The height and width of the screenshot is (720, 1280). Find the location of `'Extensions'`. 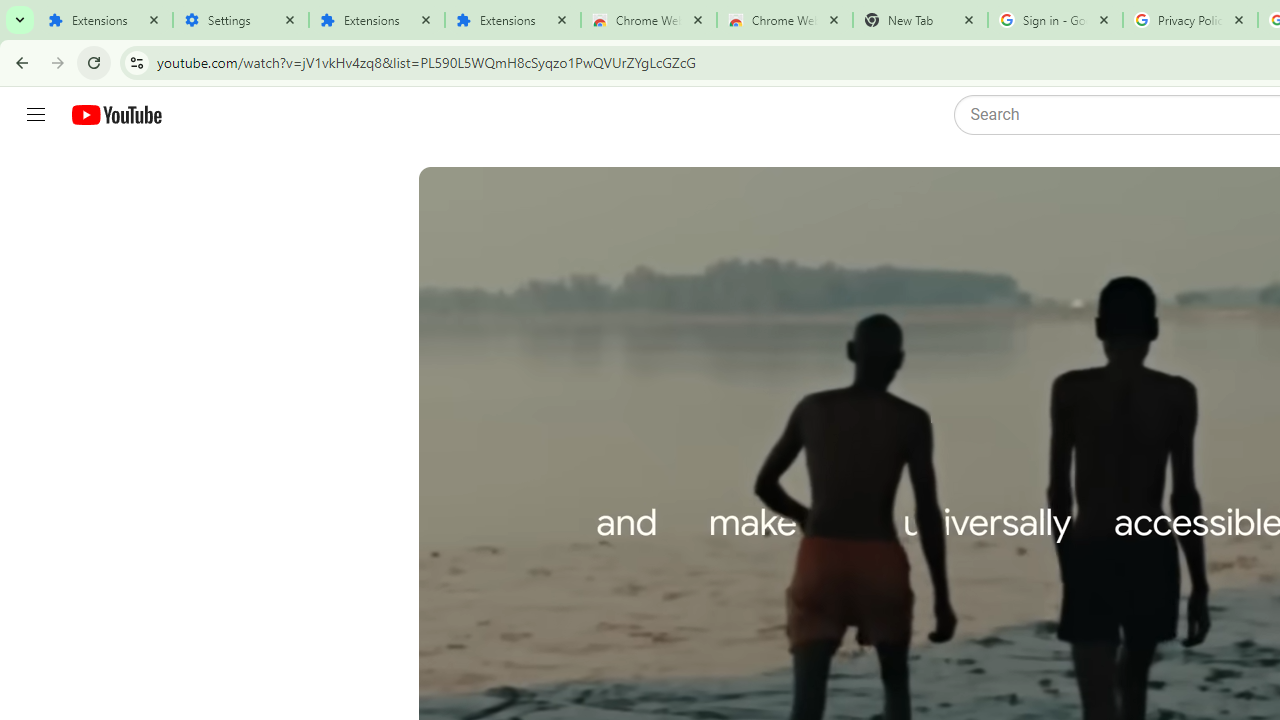

'Extensions' is located at coordinates (103, 20).